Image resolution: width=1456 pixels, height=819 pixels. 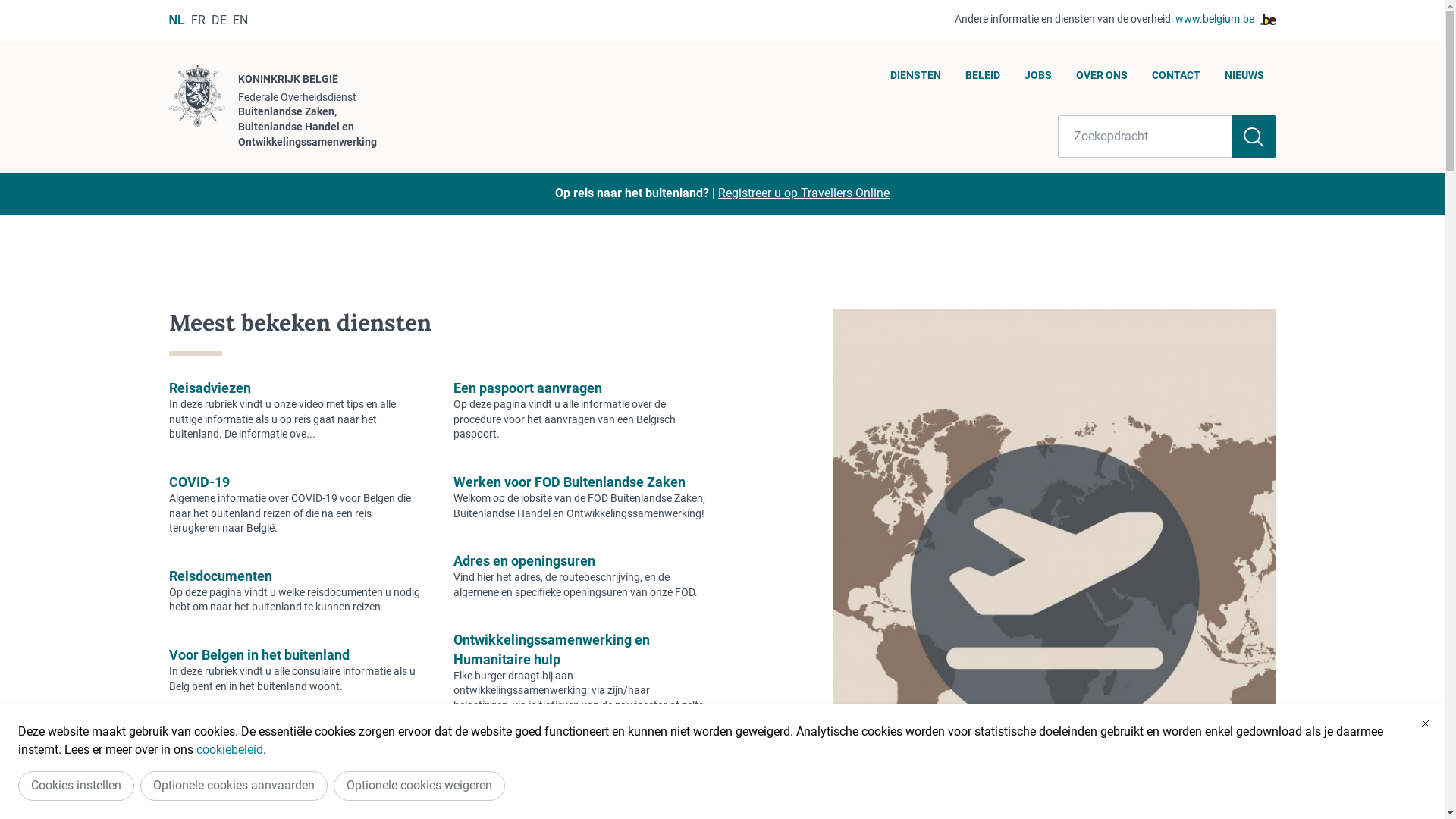 I want to click on 'Registreer u op Travellers Online', so click(x=803, y=192).